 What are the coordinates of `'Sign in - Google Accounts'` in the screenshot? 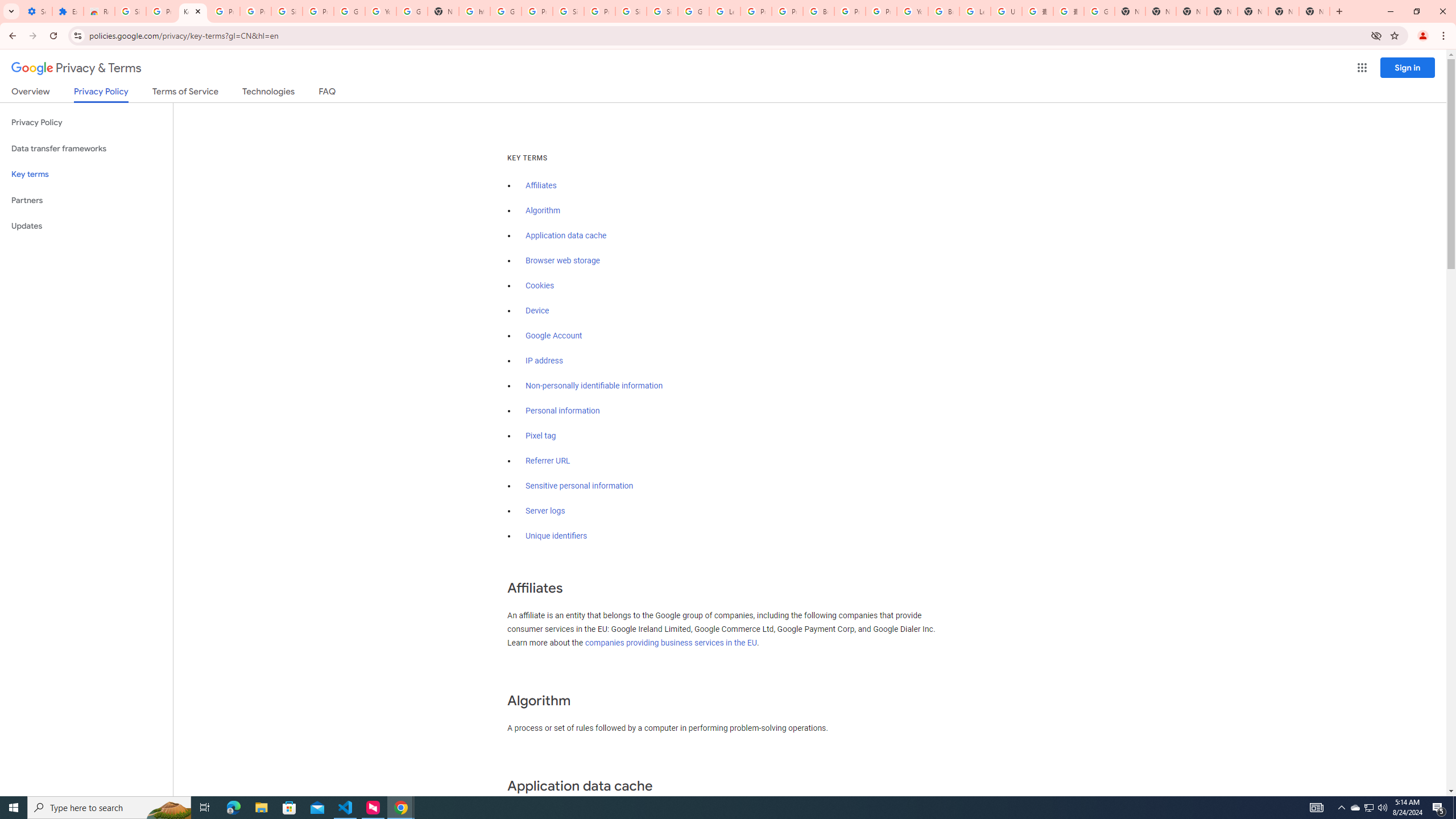 It's located at (661, 11).